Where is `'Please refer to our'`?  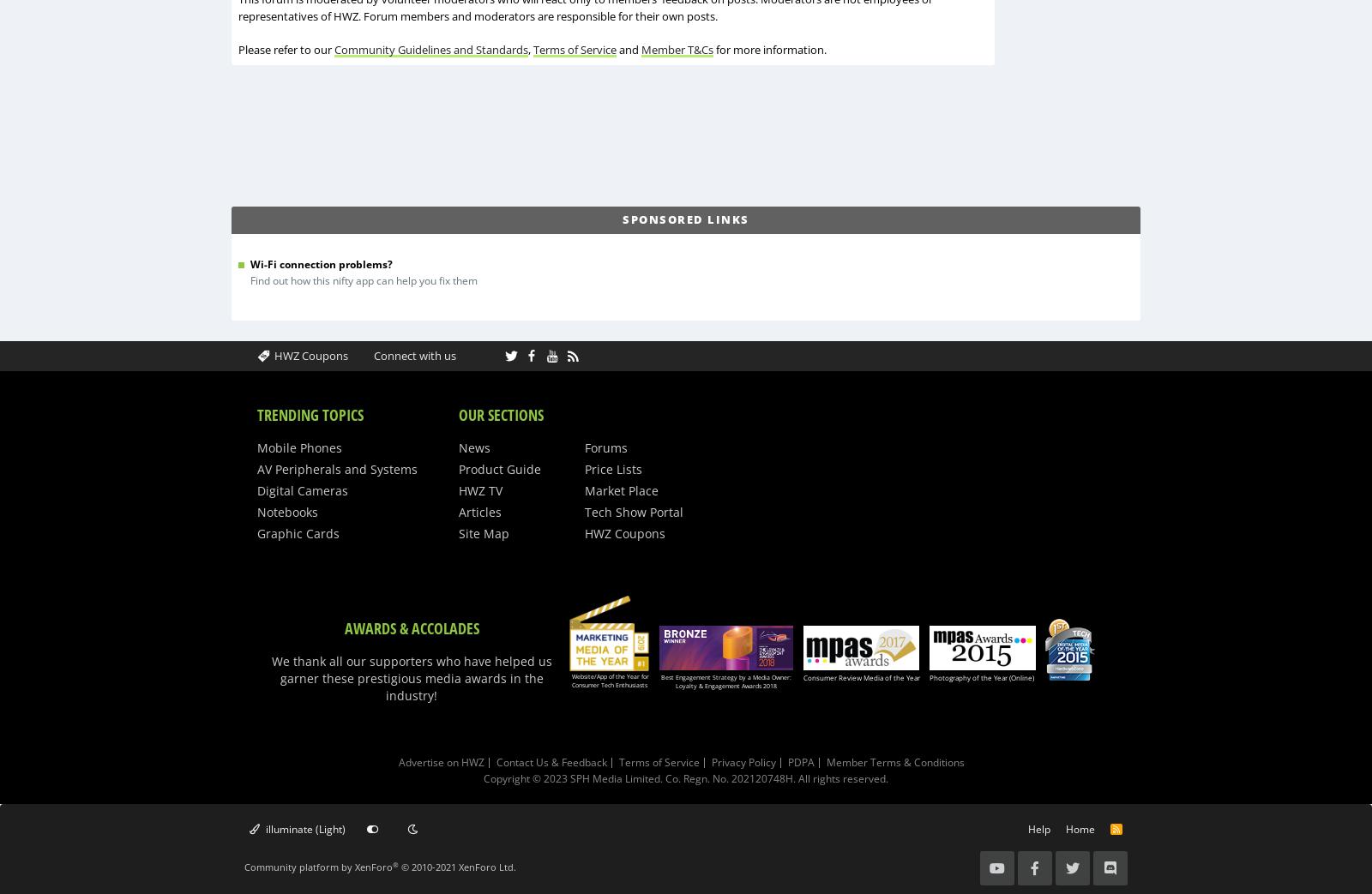
'Please refer to our' is located at coordinates (238, 48).